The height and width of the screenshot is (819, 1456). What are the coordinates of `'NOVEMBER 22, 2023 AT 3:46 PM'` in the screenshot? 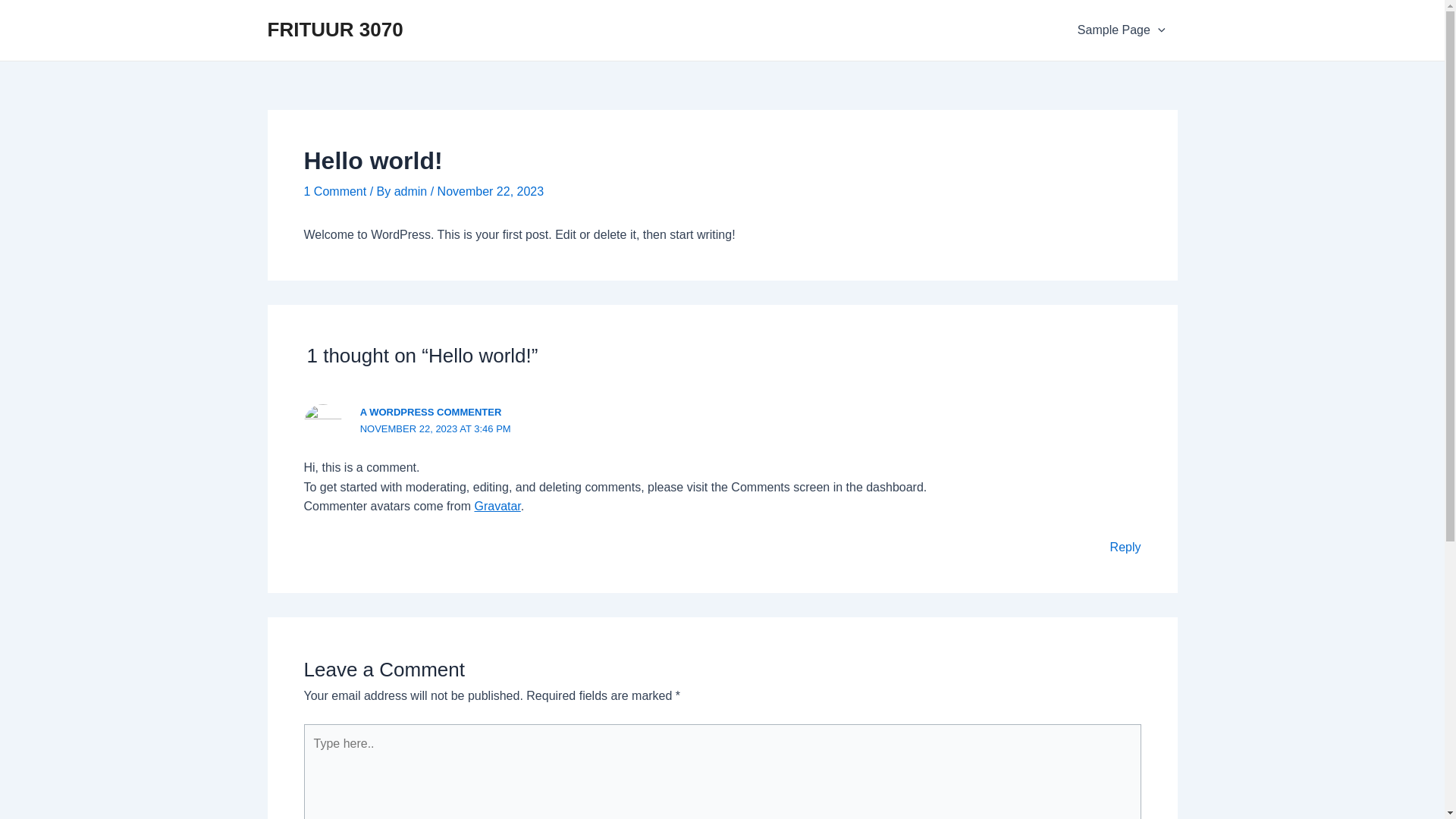 It's located at (435, 428).